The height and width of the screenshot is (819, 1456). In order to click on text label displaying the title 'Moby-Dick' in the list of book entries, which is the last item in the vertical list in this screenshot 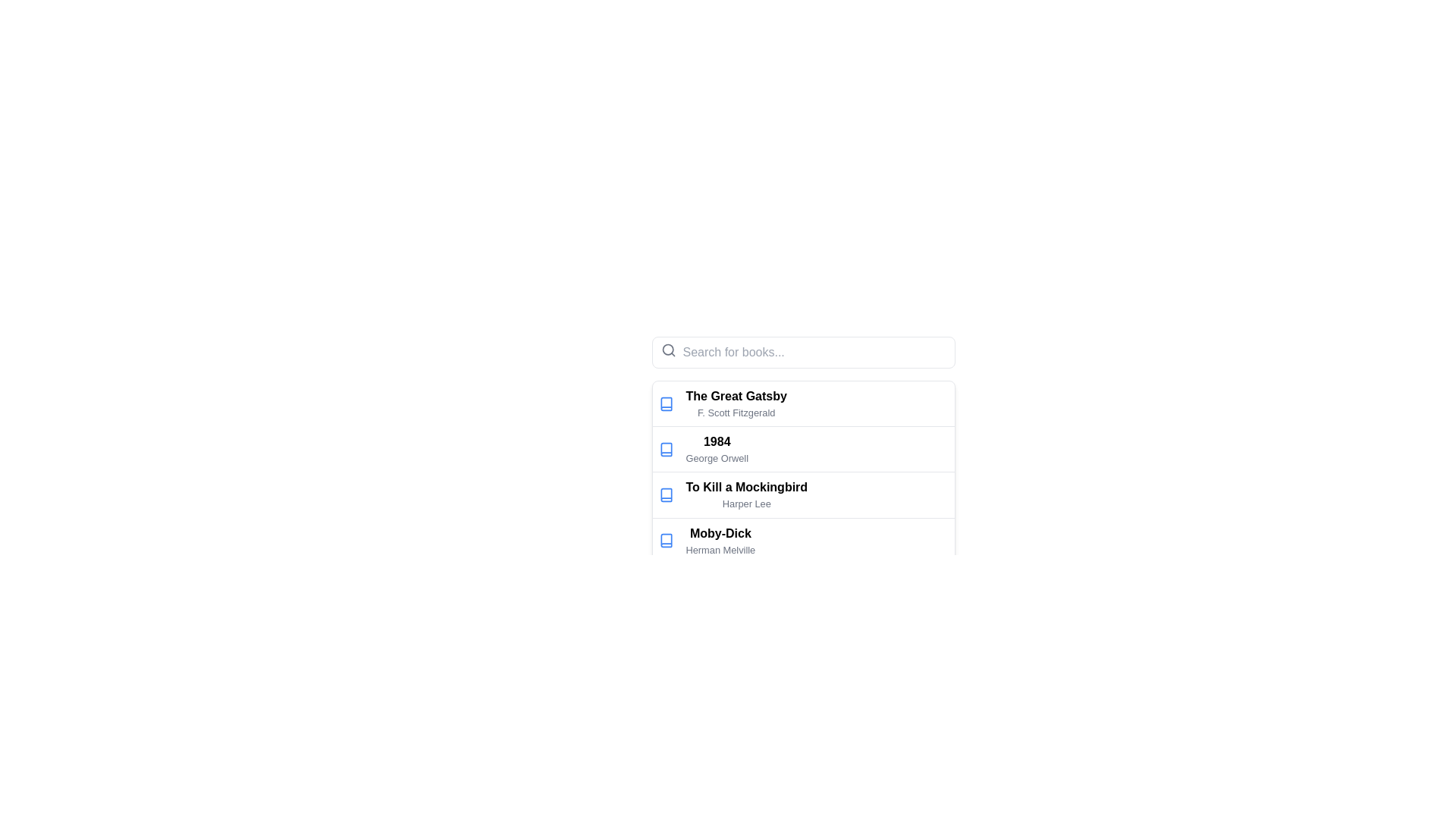, I will do `click(720, 532)`.